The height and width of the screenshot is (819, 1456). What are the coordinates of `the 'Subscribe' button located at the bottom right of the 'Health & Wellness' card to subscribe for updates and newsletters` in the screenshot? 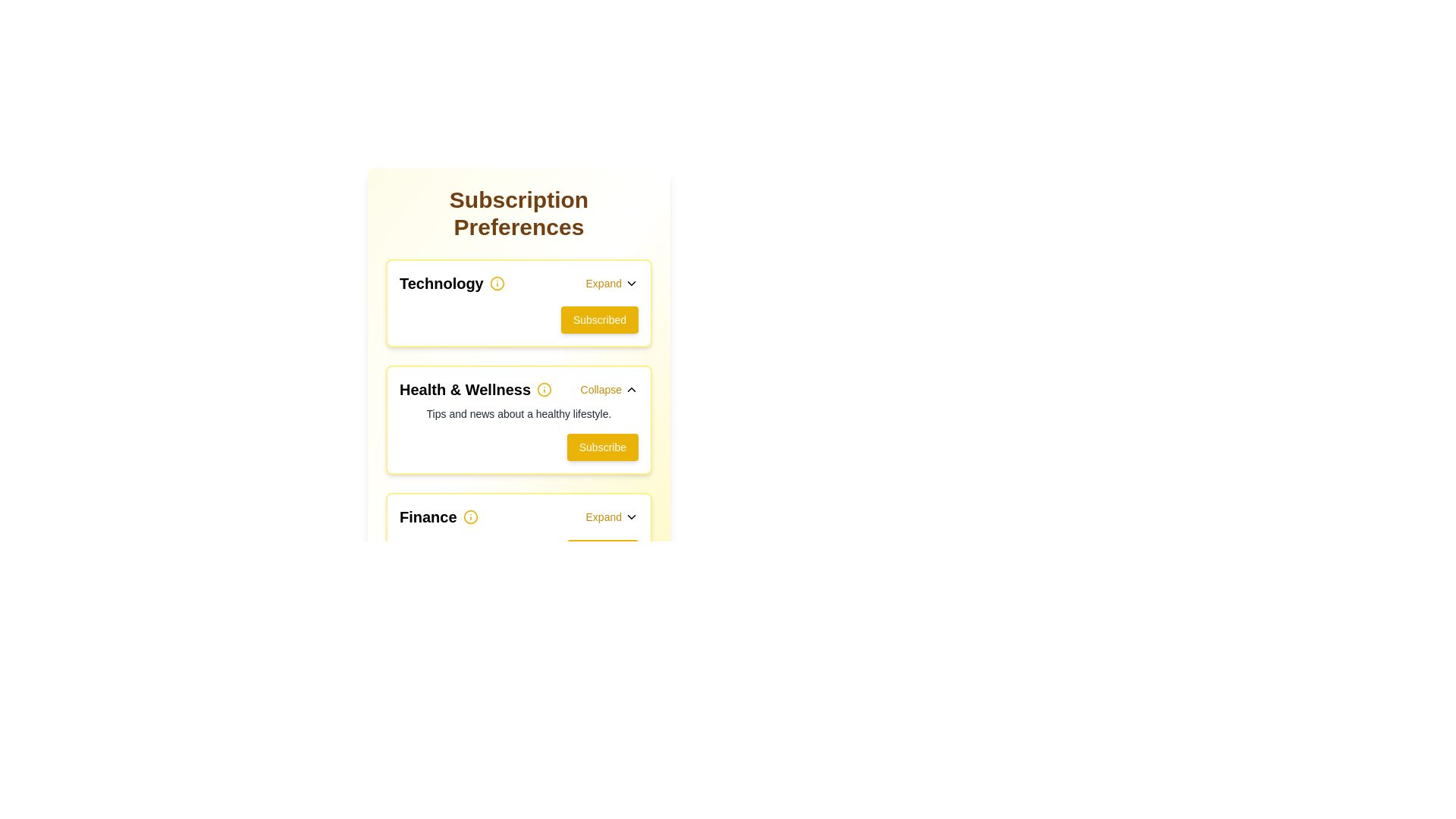 It's located at (519, 447).